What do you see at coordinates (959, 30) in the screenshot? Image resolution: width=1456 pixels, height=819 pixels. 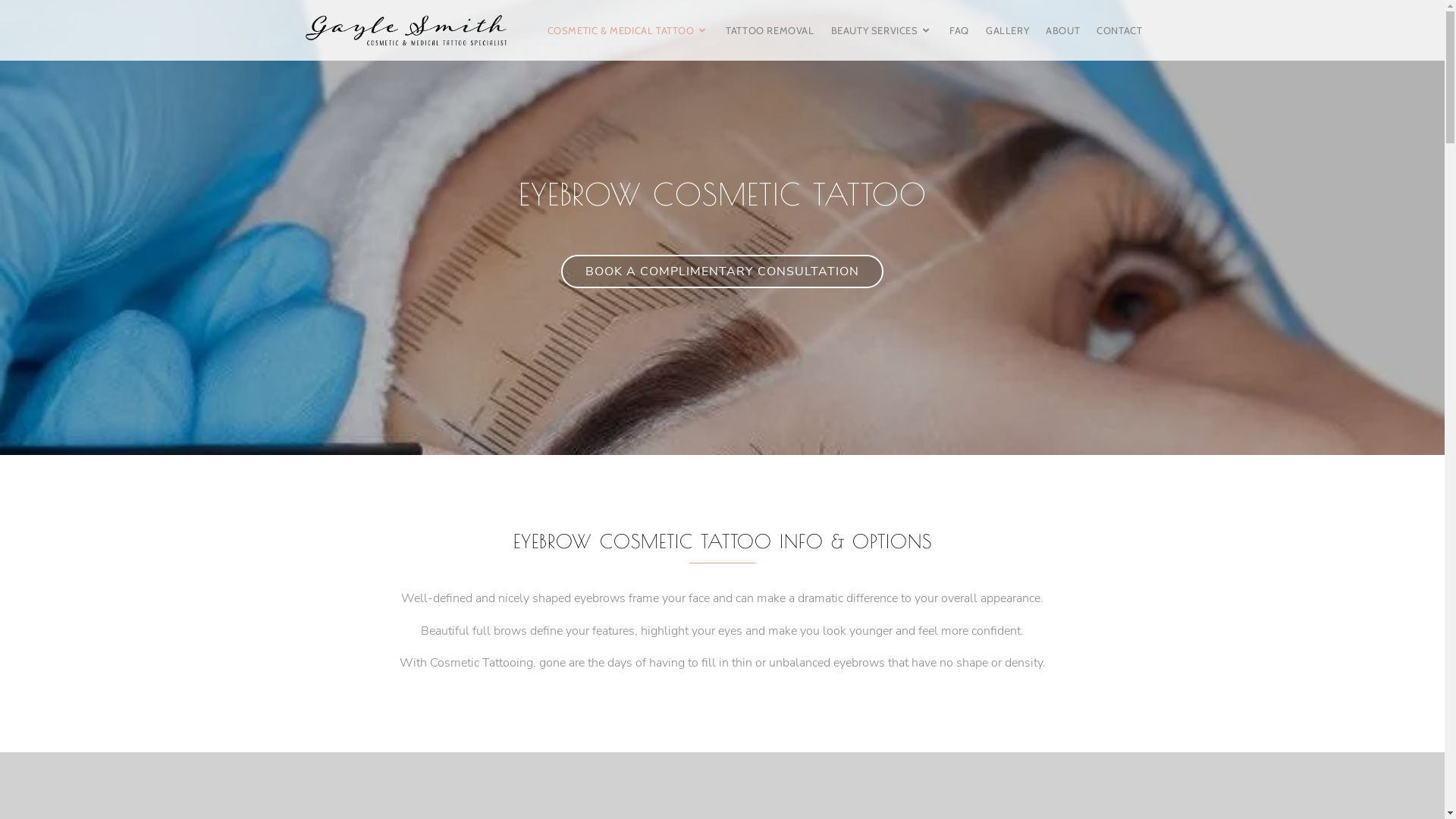 I see `'FAQ'` at bounding box center [959, 30].